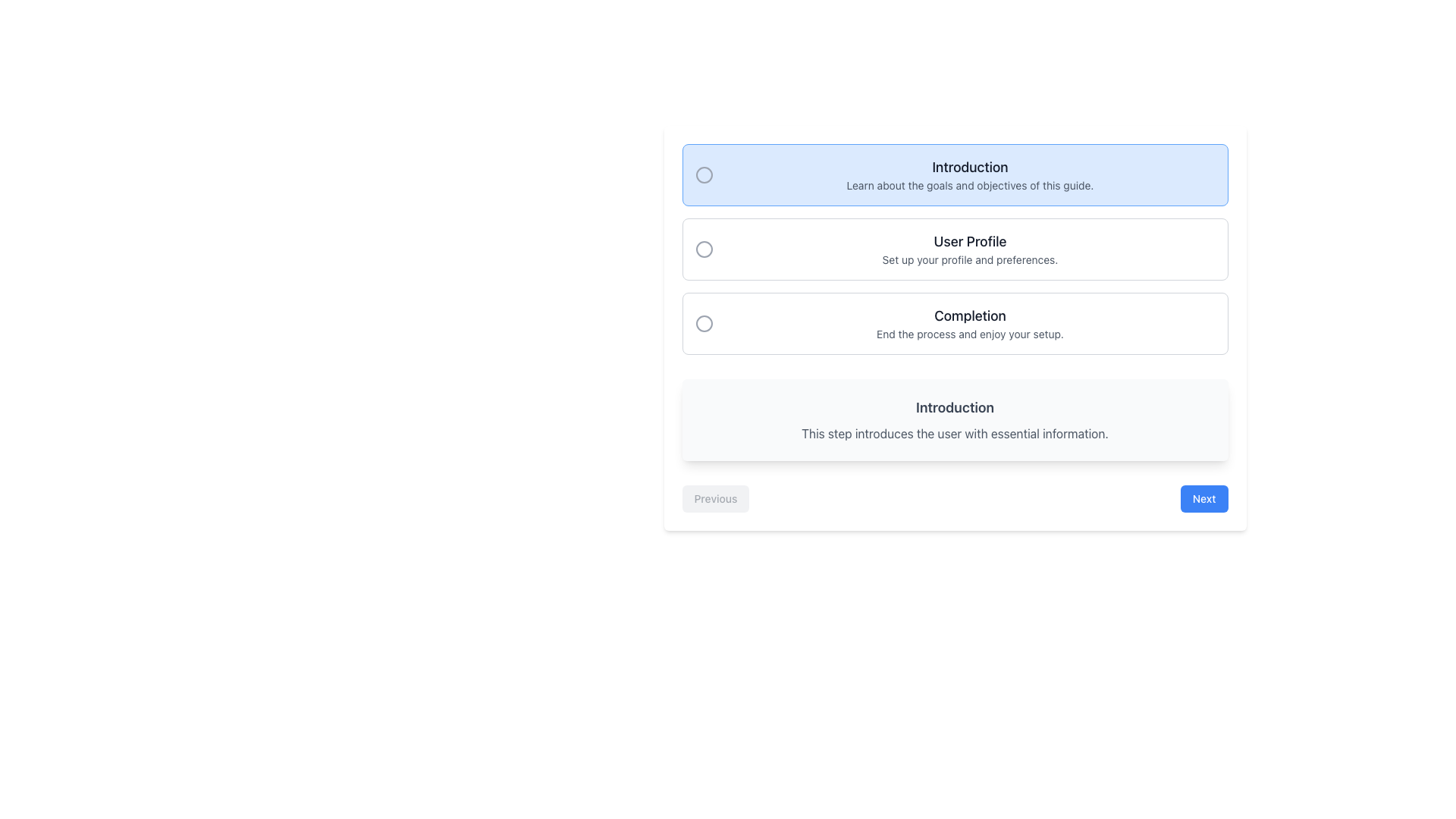 This screenshot has width=1456, height=819. What do you see at coordinates (954, 420) in the screenshot?
I see `the Informational Card titled 'Introduction' with a subtitle 'This step introduces the user with essential information.' that is styled with a light gray background and rounded corners, positioned as the fourth card in the guide layout` at bounding box center [954, 420].